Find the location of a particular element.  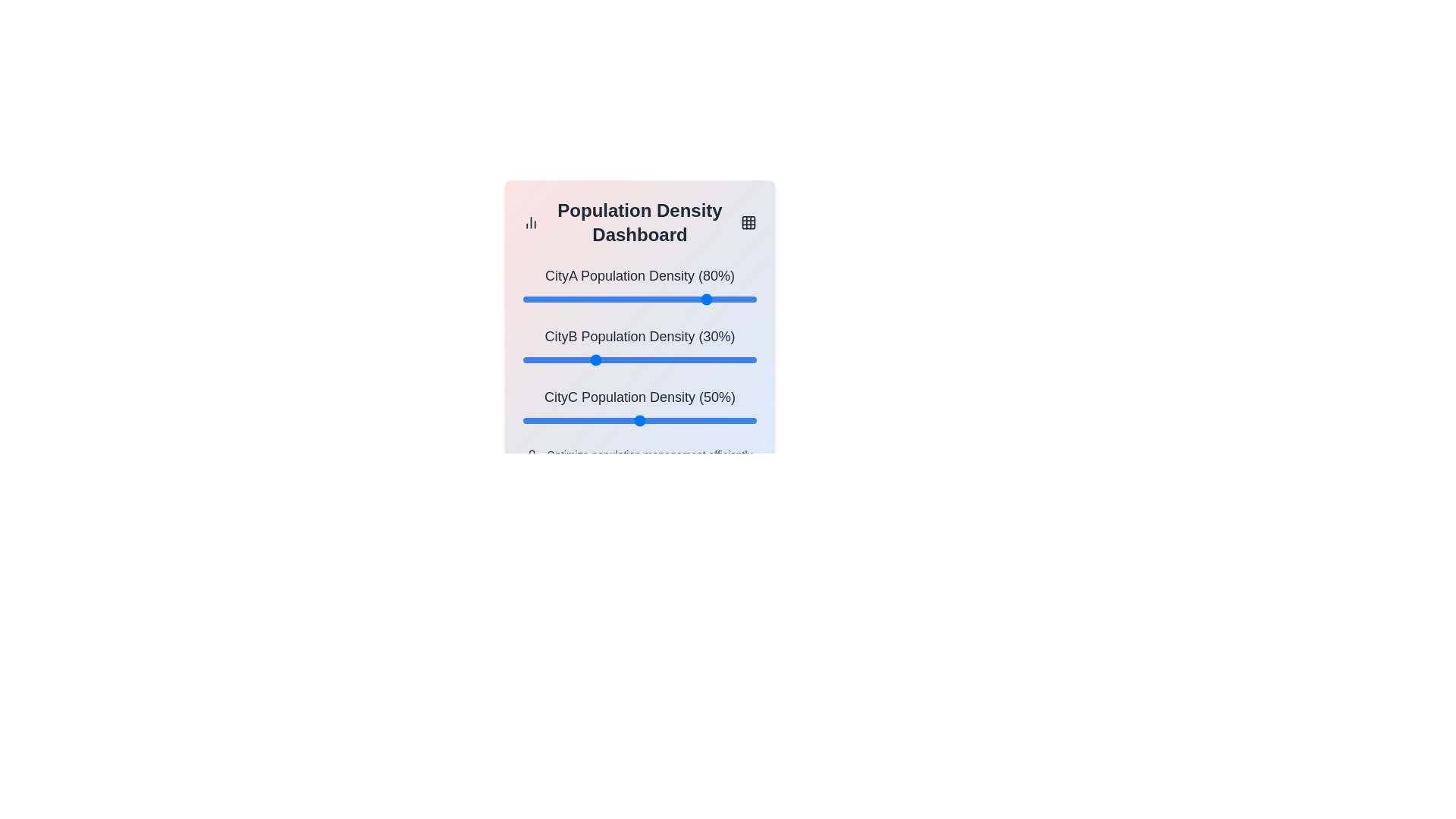

the header icon chart_icon to access its functionality is located at coordinates (531, 222).